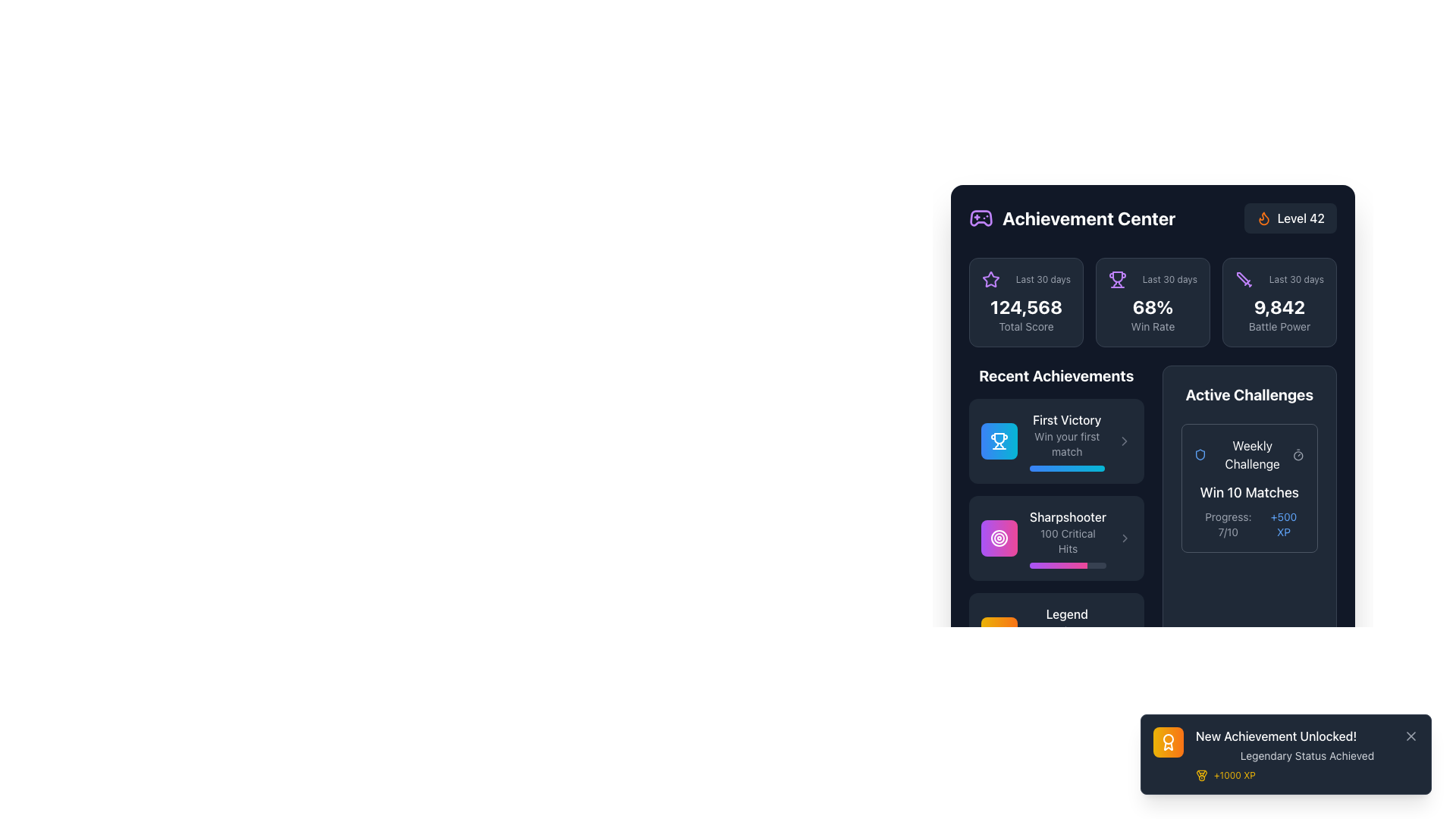  What do you see at coordinates (1153, 326) in the screenshot?
I see `the Text label that clarifies the '68%' figure as the Win Rate statistic, positioned directly below the '68%' text in the top-right section of the interface` at bounding box center [1153, 326].